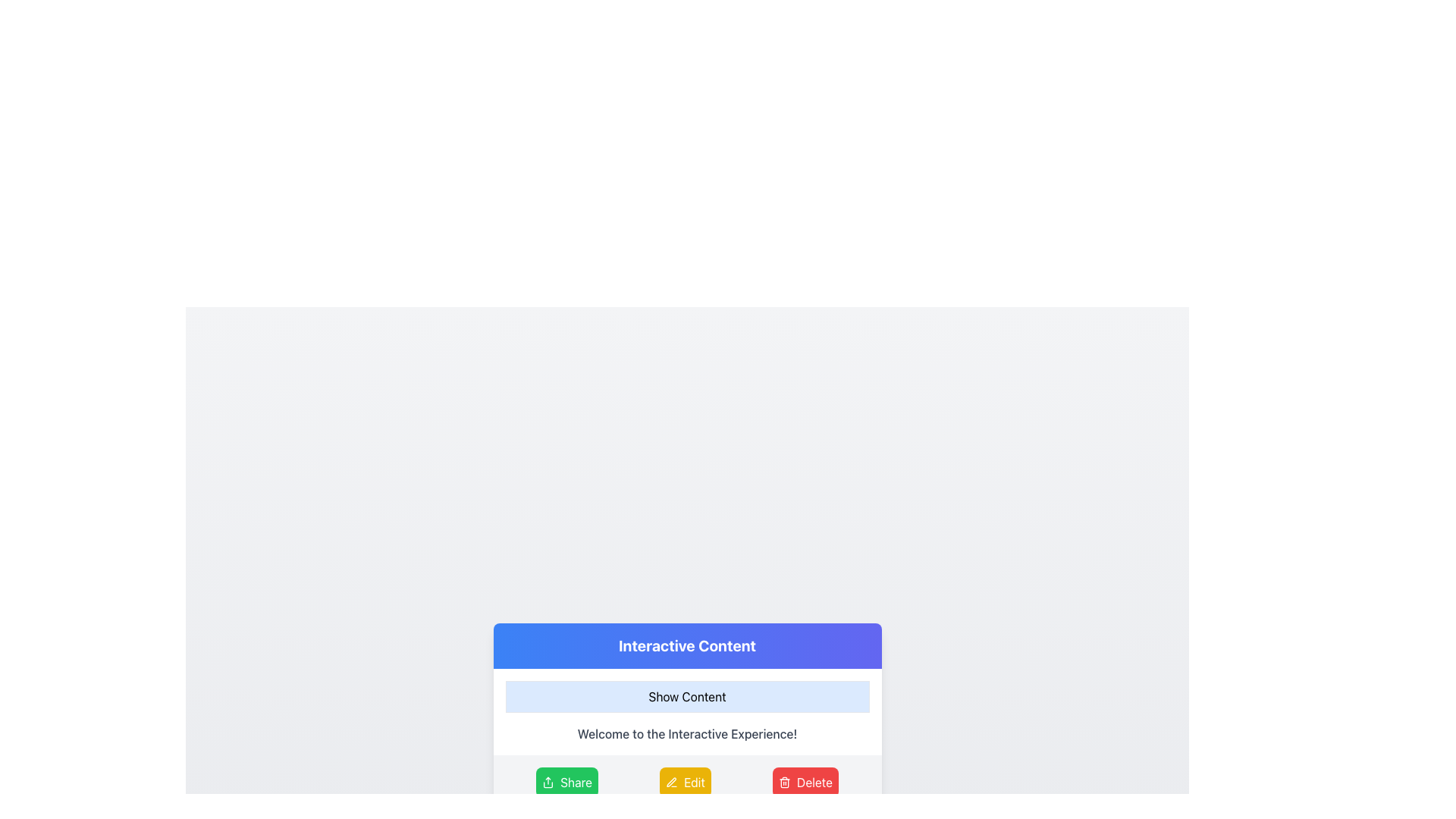 This screenshot has height=819, width=1456. What do you see at coordinates (805, 783) in the screenshot?
I see `the red 'Delete' button with a trash can icon` at bounding box center [805, 783].